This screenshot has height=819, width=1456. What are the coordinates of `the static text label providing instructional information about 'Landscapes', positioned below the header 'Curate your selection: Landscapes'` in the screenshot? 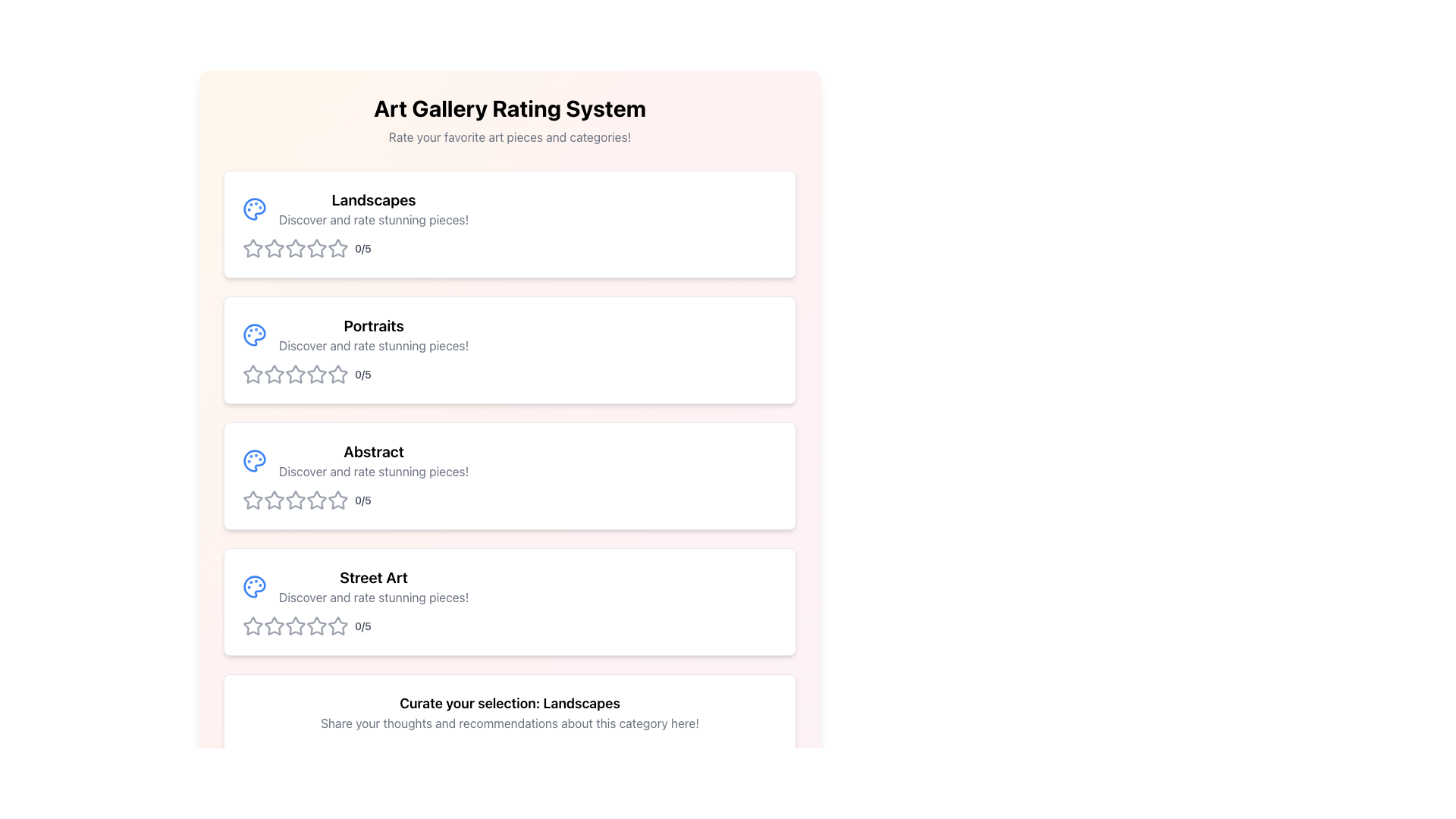 It's located at (510, 722).